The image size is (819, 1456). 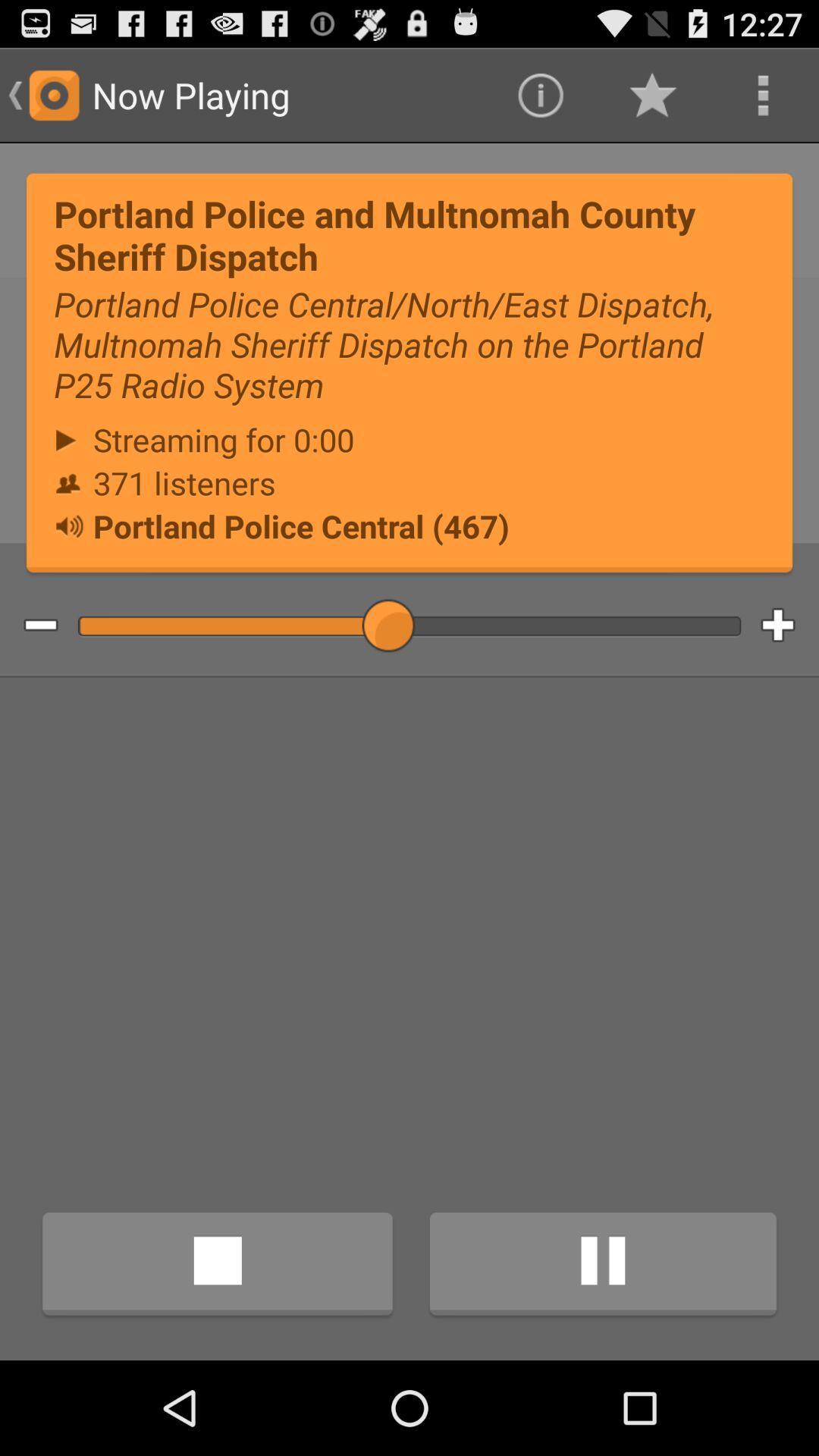 What do you see at coordinates (789, 669) in the screenshot?
I see `the add icon` at bounding box center [789, 669].